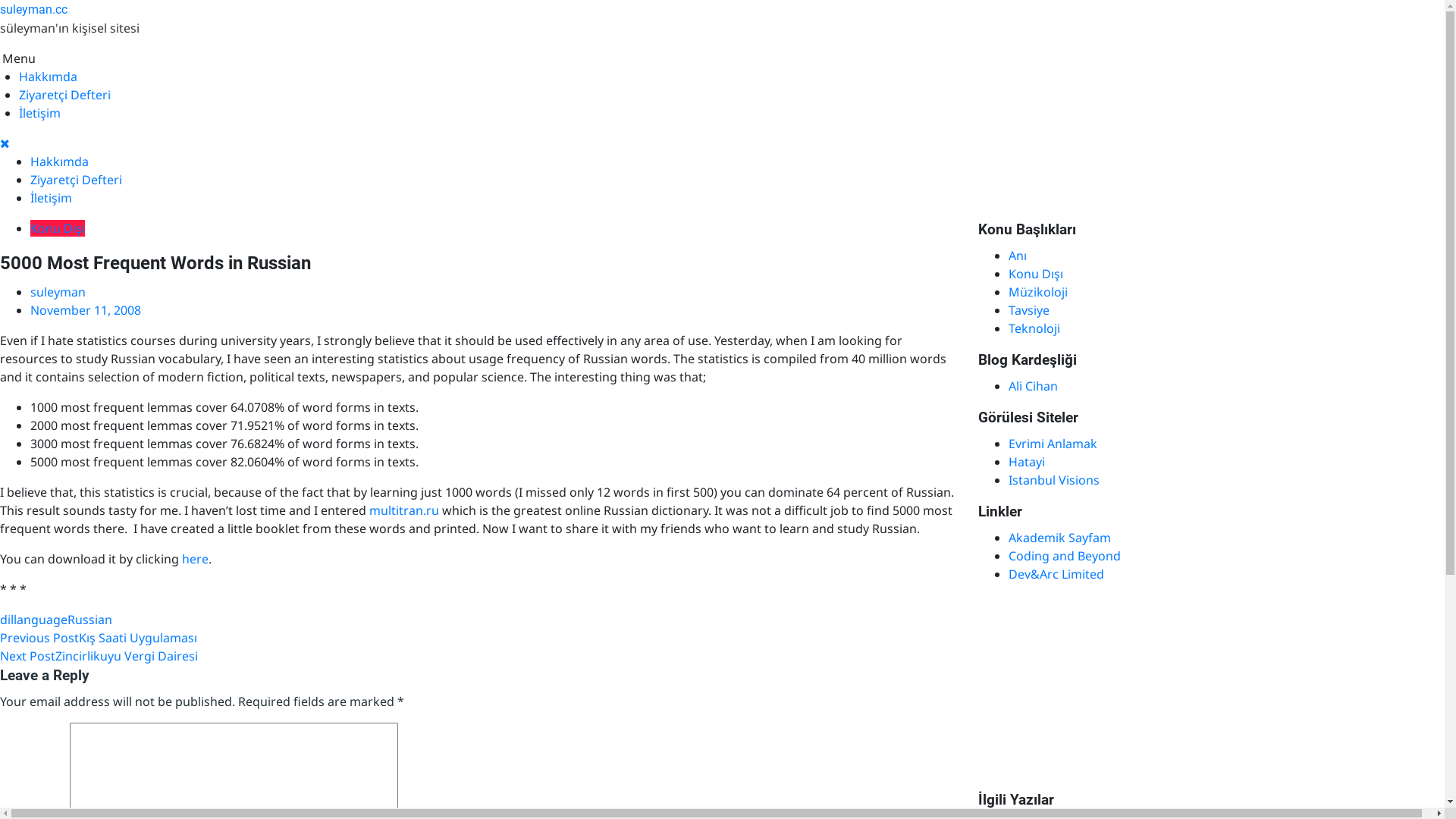 The width and height of the screenshot is (1456, 819). I want to click on 'language', so click(40, 620).